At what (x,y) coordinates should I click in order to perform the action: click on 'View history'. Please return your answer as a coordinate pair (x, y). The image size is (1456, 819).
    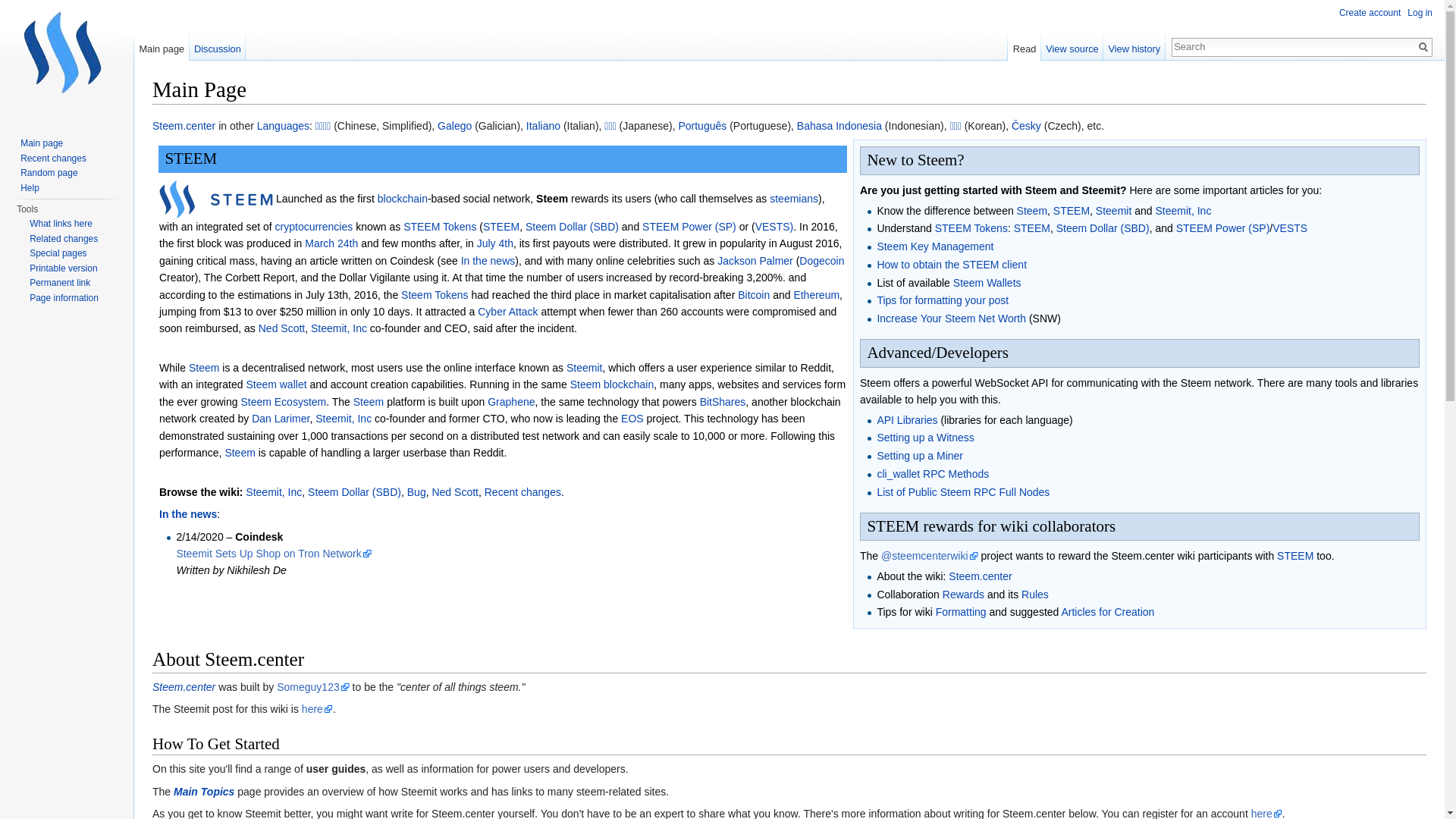
    Looking at the image, I should click on (1103, 45).